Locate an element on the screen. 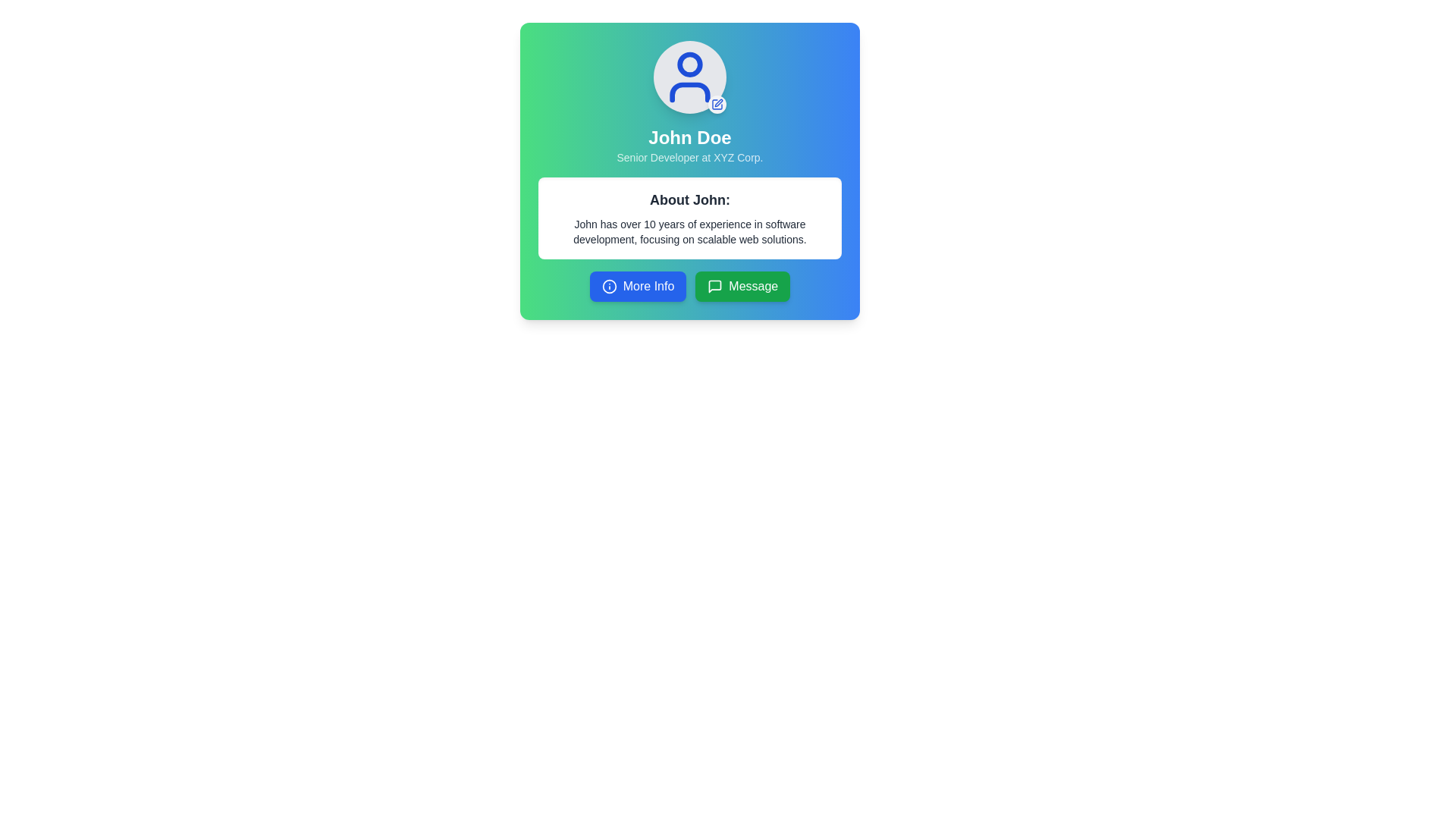 This screenshot has width=1456, height=819. the decorative graphic component centered within the user profile icon at the top of the profile card, which is styled with a border and located above the name 'John Doe' is located at coordinates (689, 63).